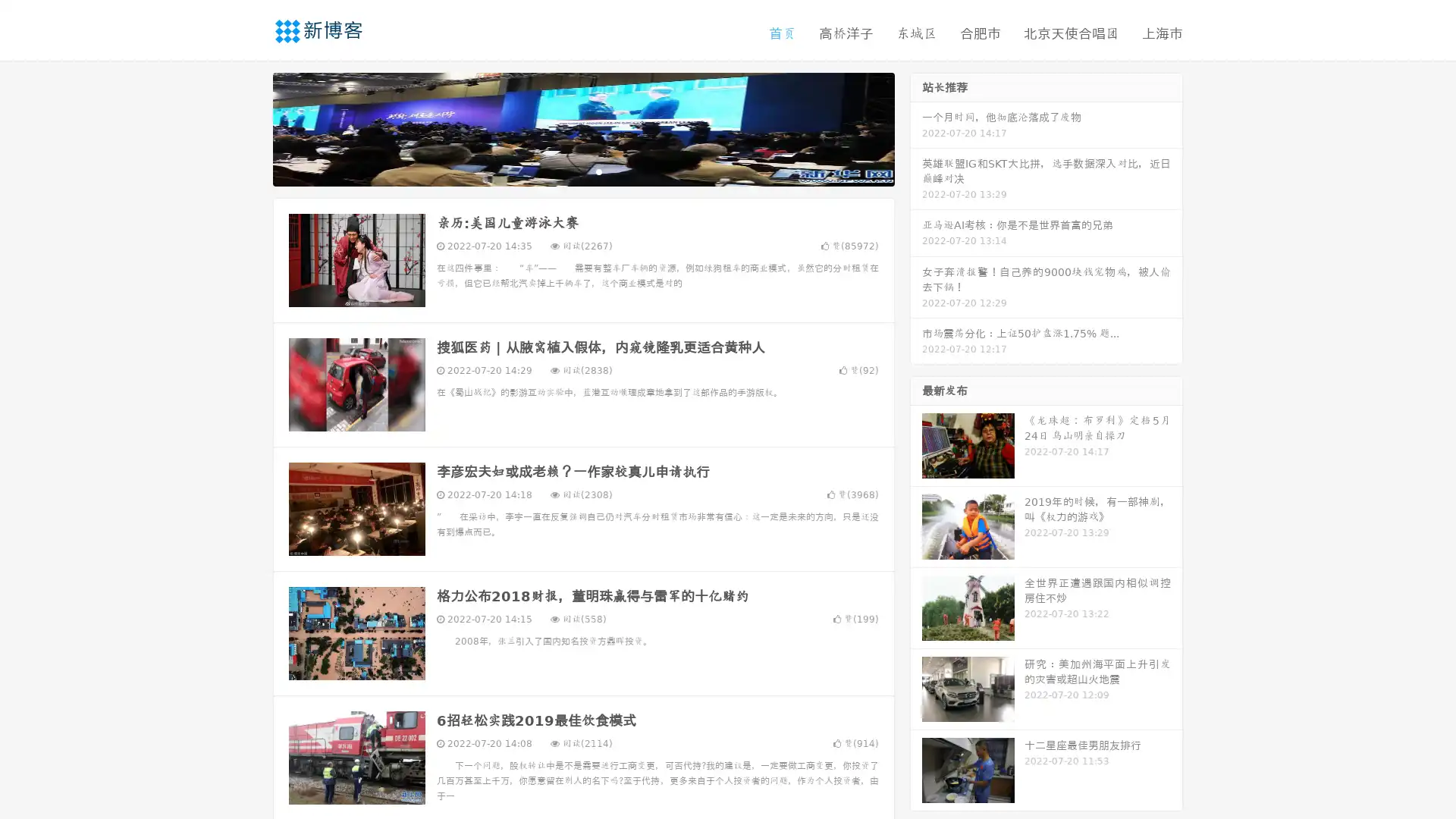 The image size is (1456, 819). I want to click on Go to slide 3, so click(598, 171).